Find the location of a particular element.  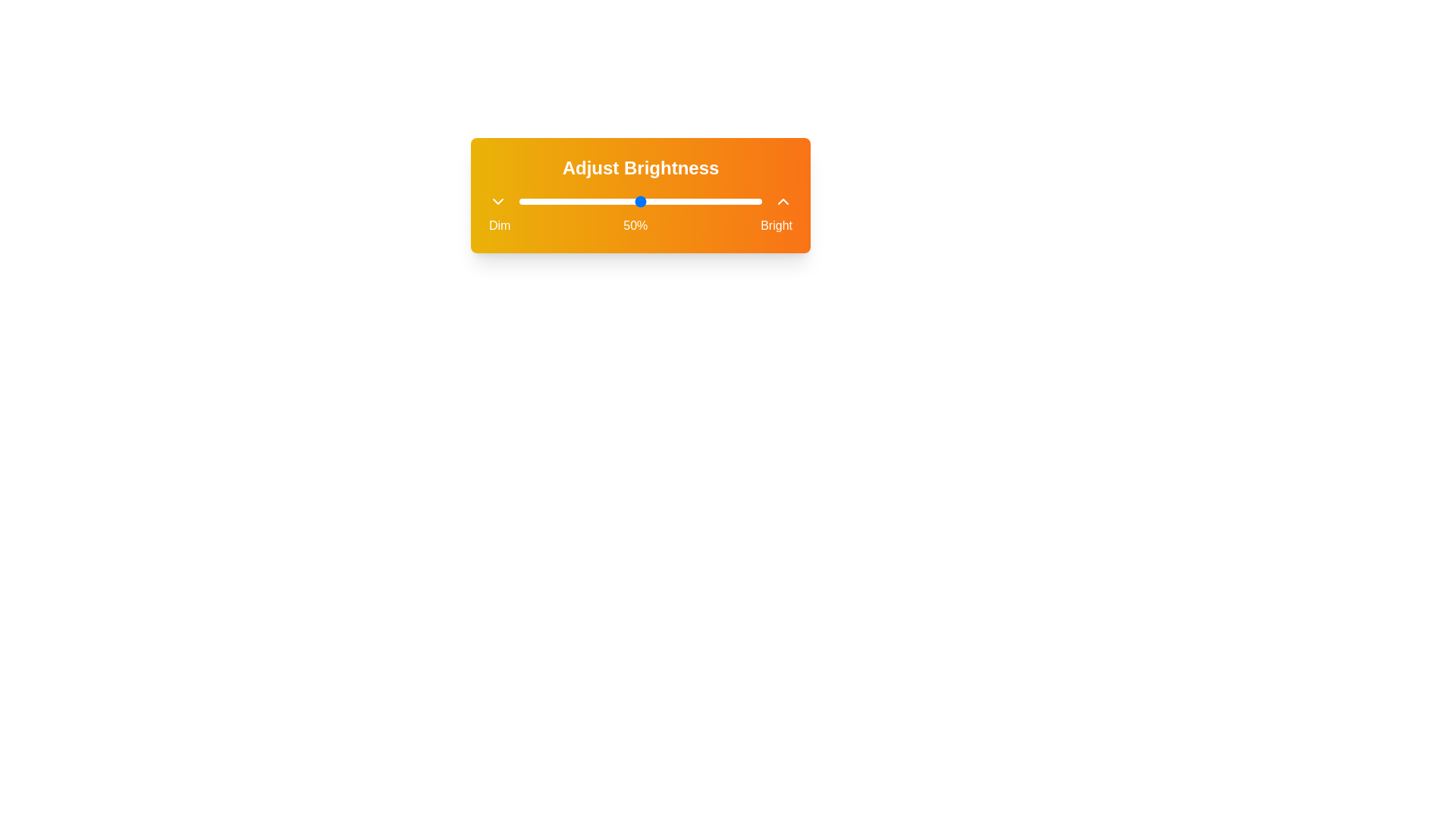

brightness level is located at coordinates (755, 201).